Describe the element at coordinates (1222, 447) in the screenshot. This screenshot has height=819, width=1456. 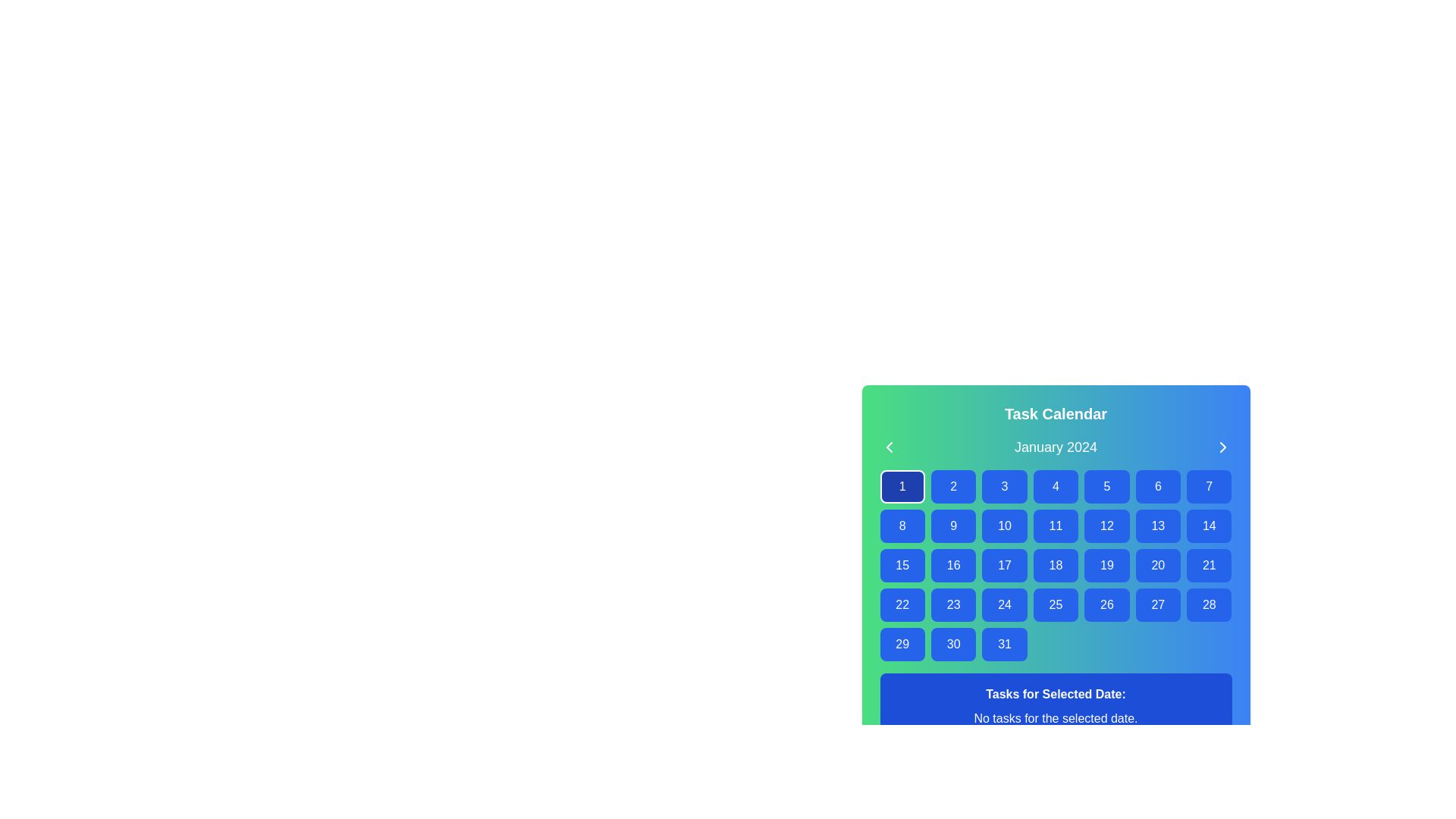
I see `the small right-pointing arrow icon button located in the top-right corner of the 'Task Calendar' UI` at that location.